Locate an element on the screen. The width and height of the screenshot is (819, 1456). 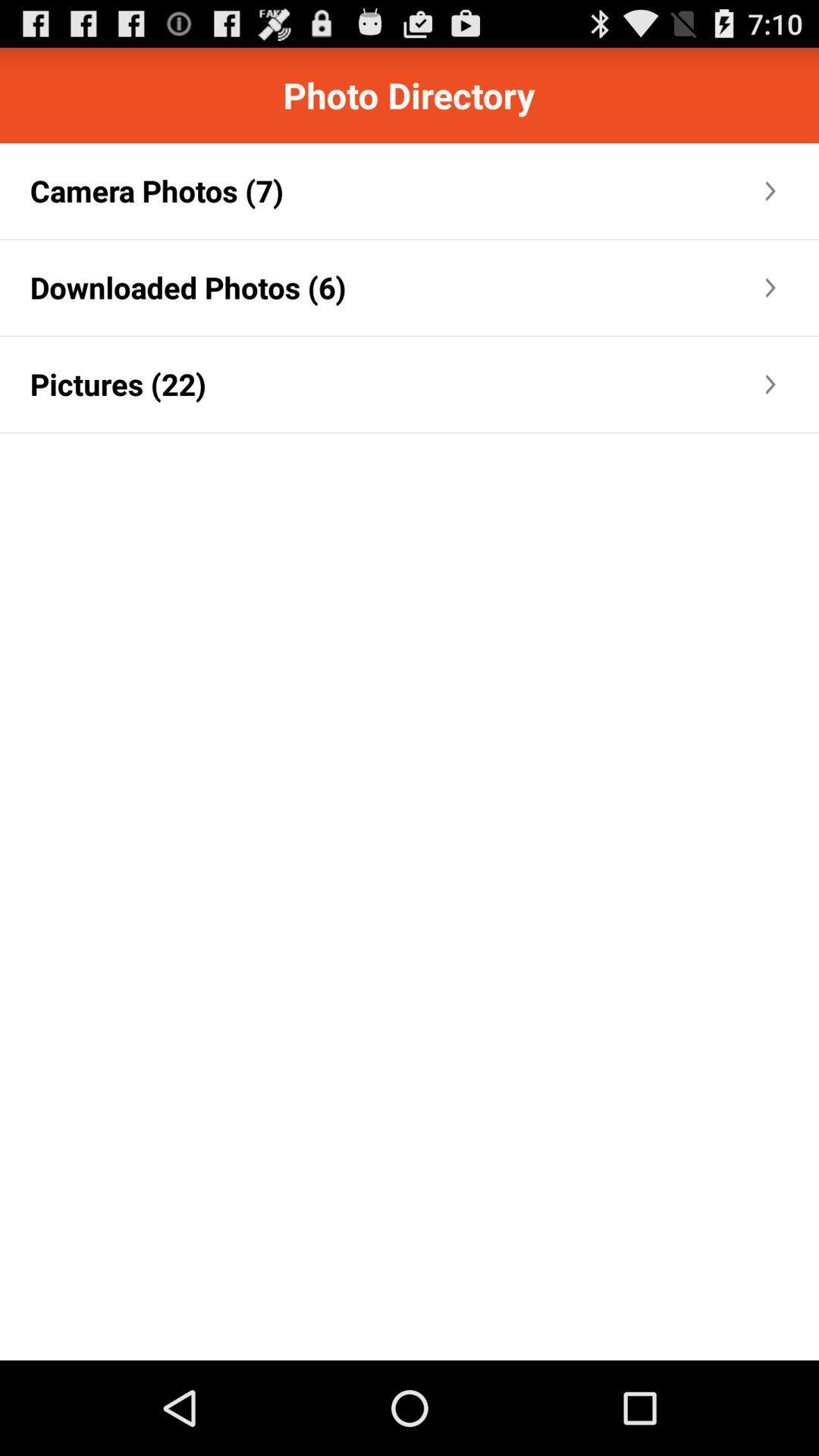
app to the right of pictures (22) item is located at coordinates (485, 384).